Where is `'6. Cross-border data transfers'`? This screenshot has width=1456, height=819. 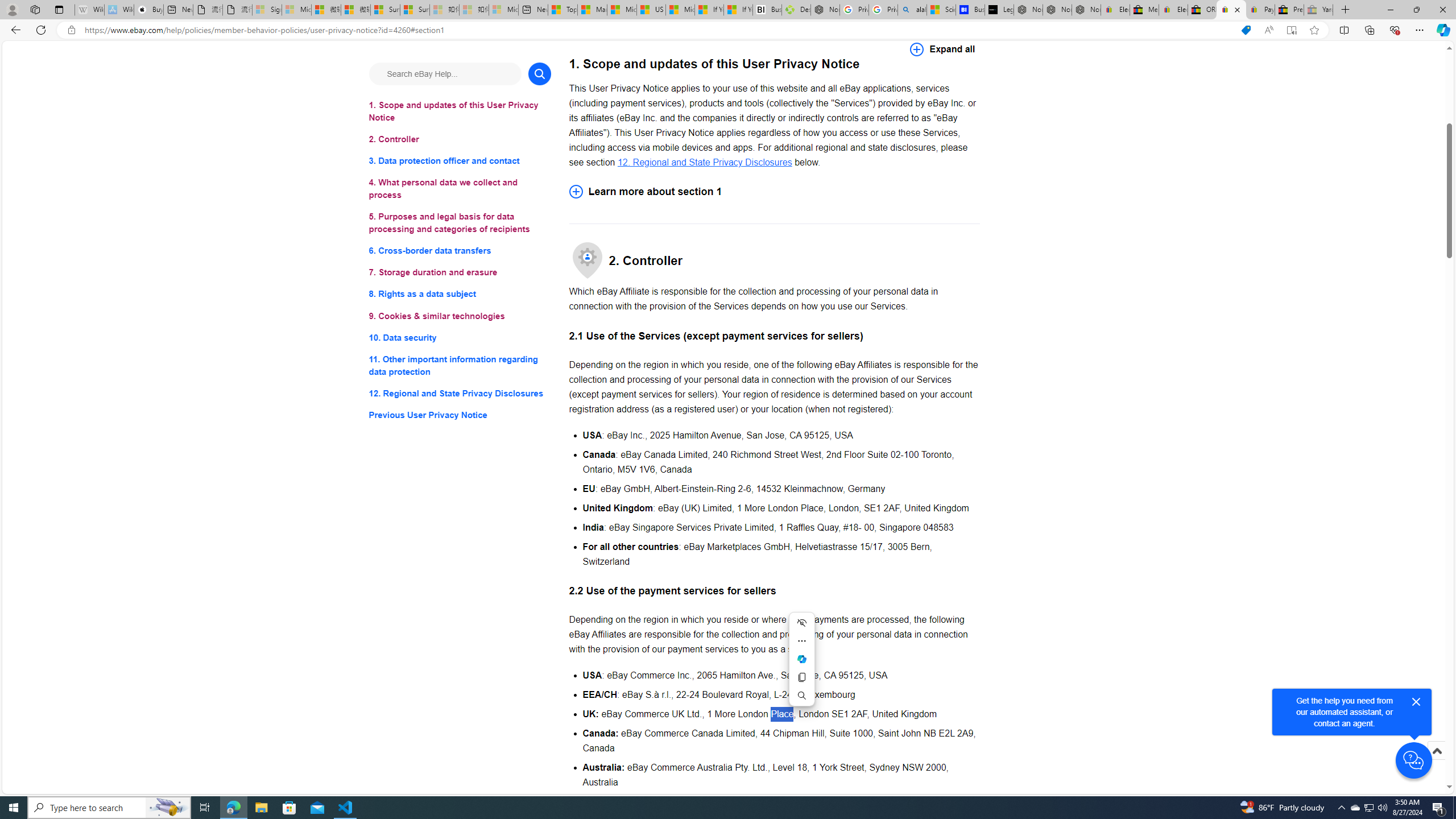
'6. Cross-border data transfers' is located at coordinates (459, 251).